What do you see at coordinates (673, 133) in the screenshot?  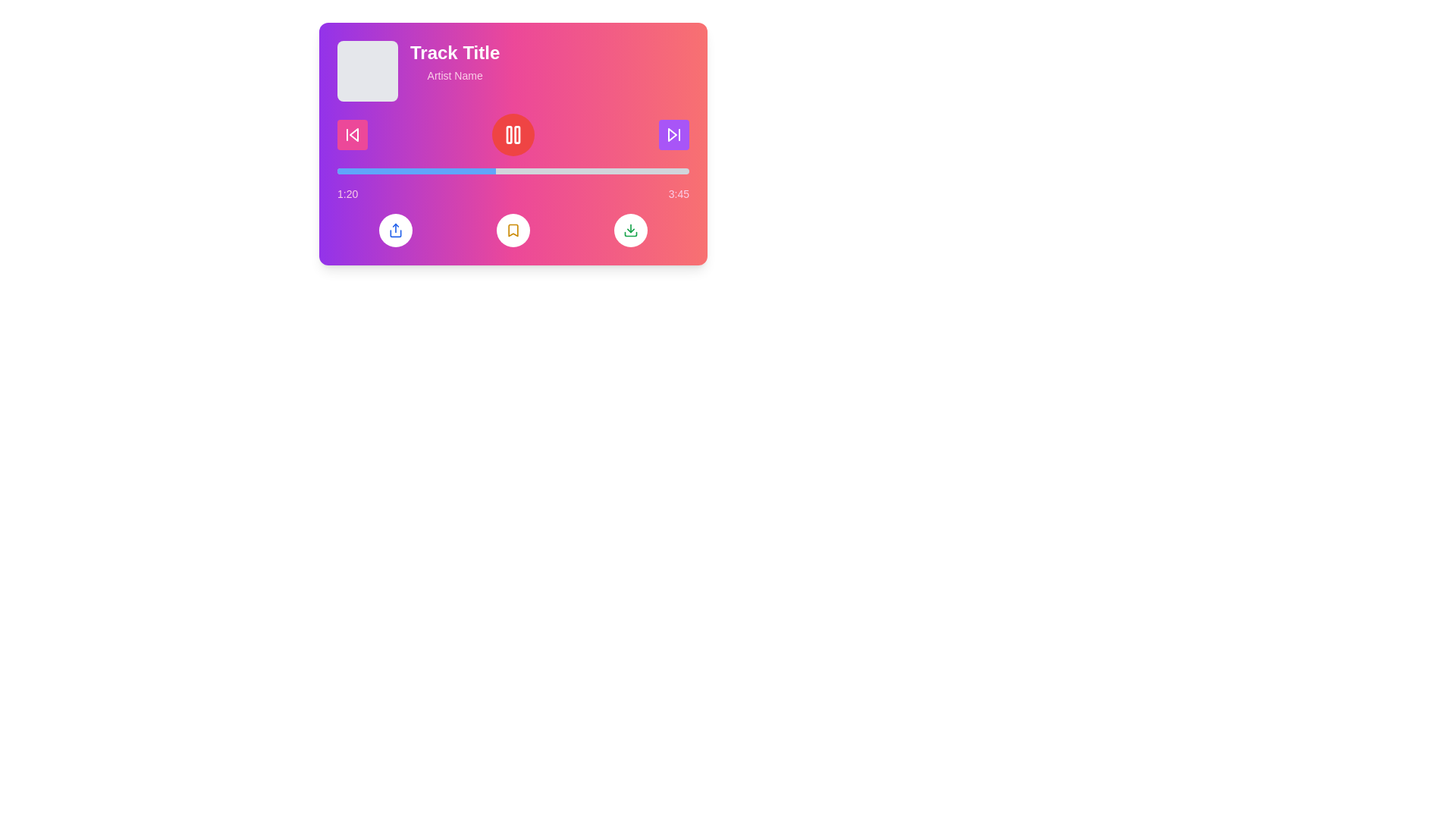 I see `the 'Skip Forward' button located on the right side of the horizontal row of controls` at bounding box center [673, 133].